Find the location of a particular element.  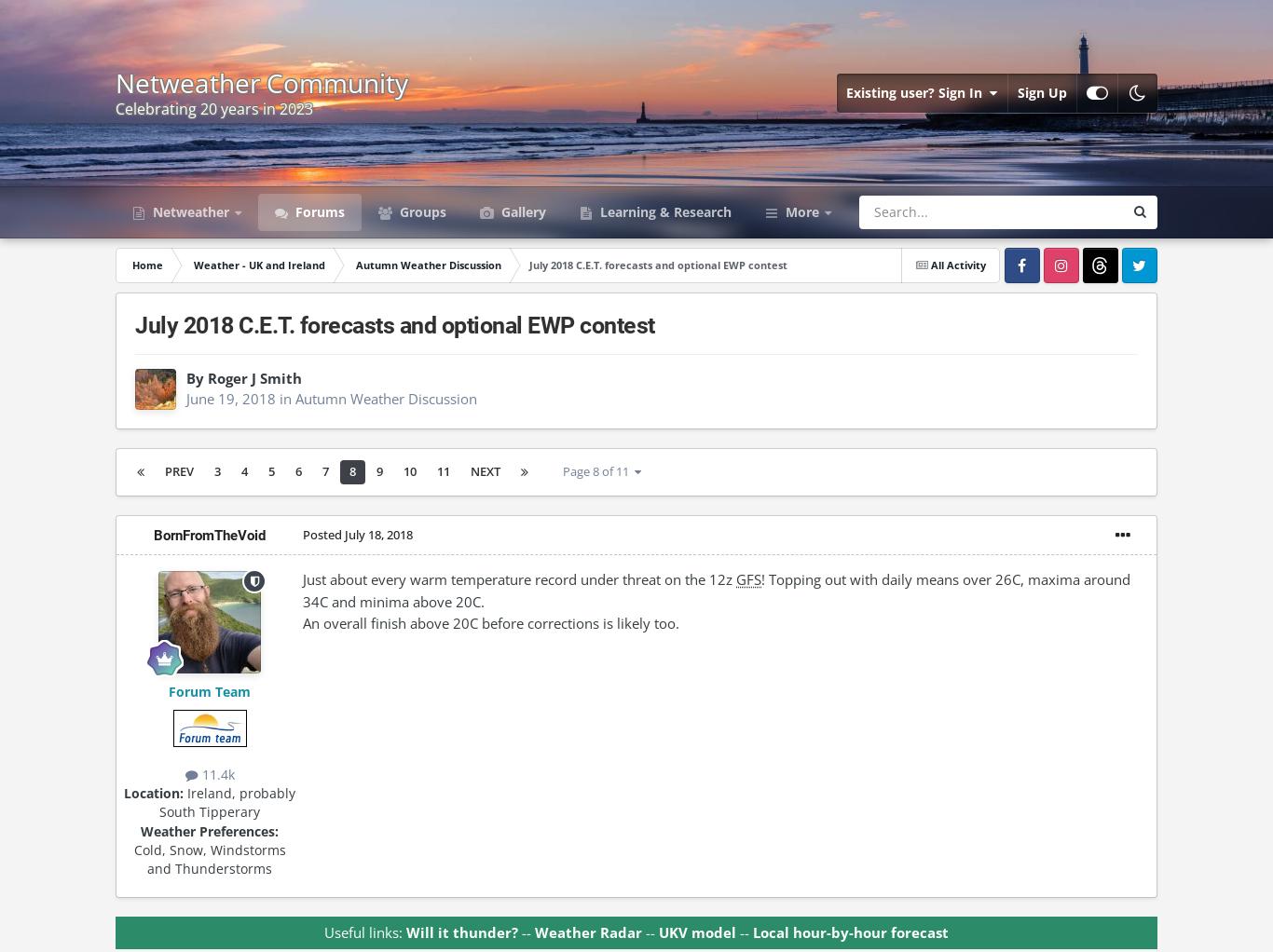

'Unread Content' is located at coordinates (728, 356).